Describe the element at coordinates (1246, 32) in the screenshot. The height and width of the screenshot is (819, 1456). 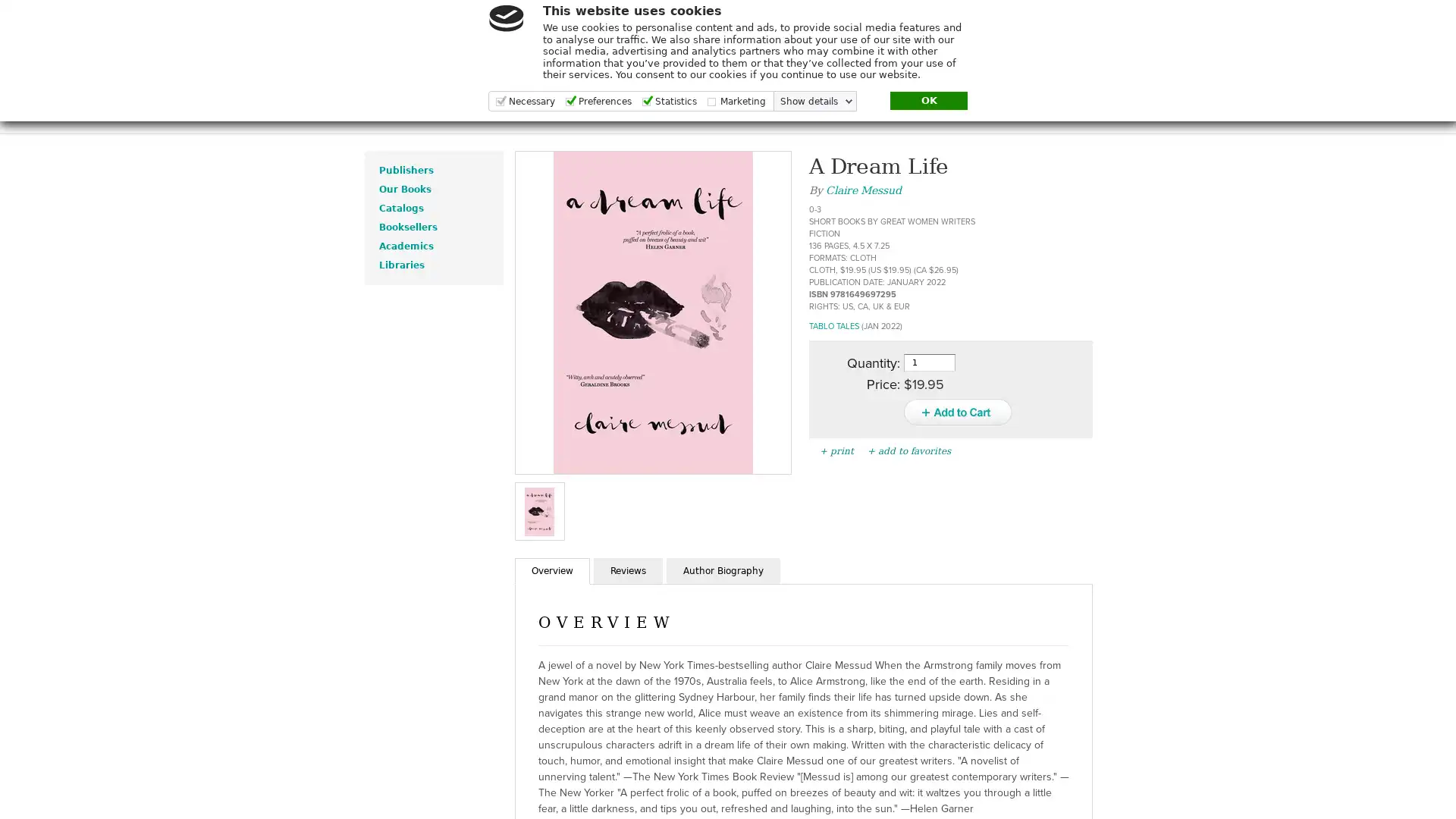
I see `Search` at that location.